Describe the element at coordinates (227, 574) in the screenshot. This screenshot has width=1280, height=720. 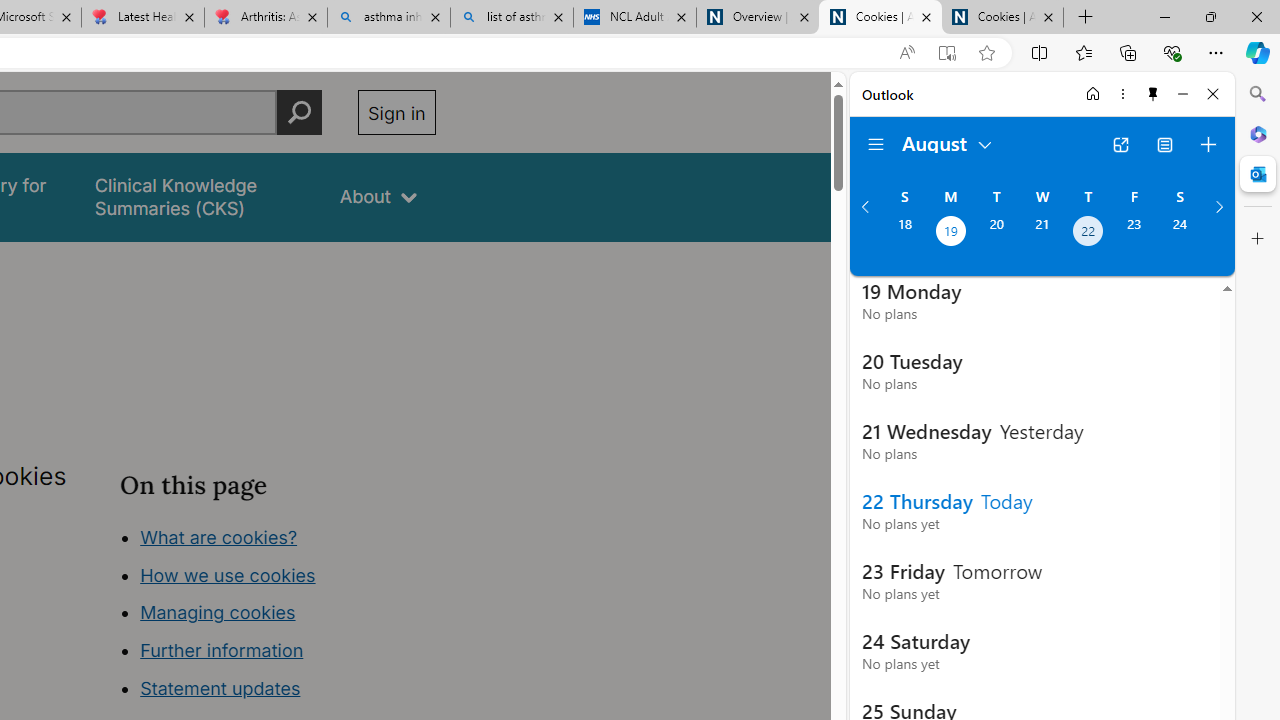
I see `'How we use cookies'` at that location.